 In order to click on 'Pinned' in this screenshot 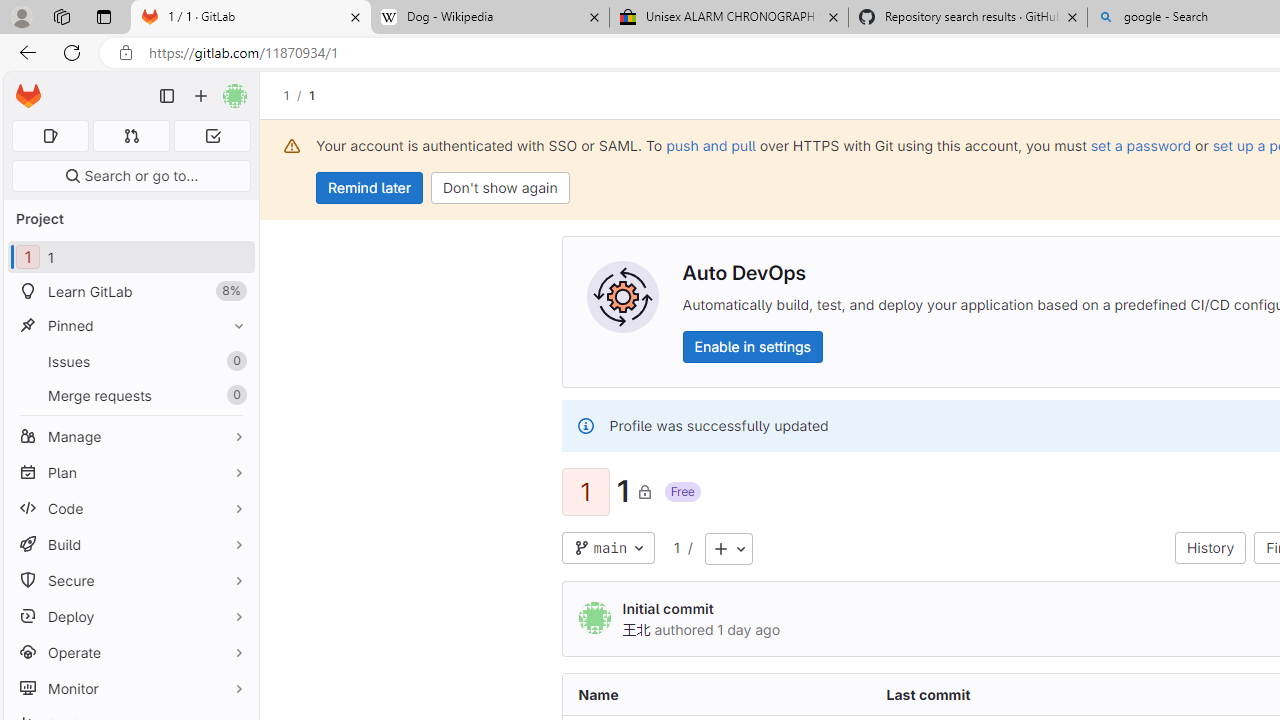, I will do `click(130, 324)`.